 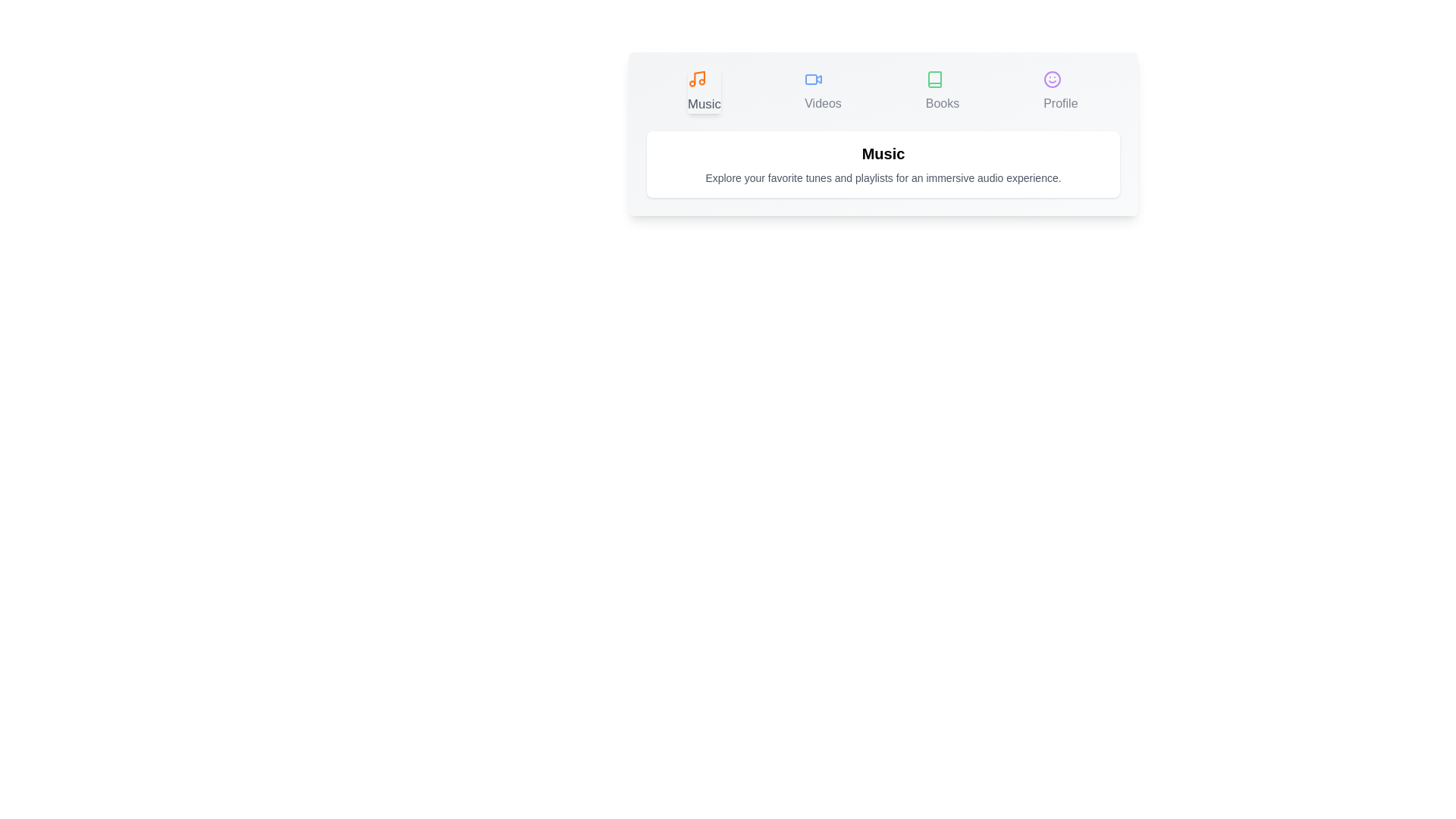 I want to click on the Books tab, so click(x=942, y=91).